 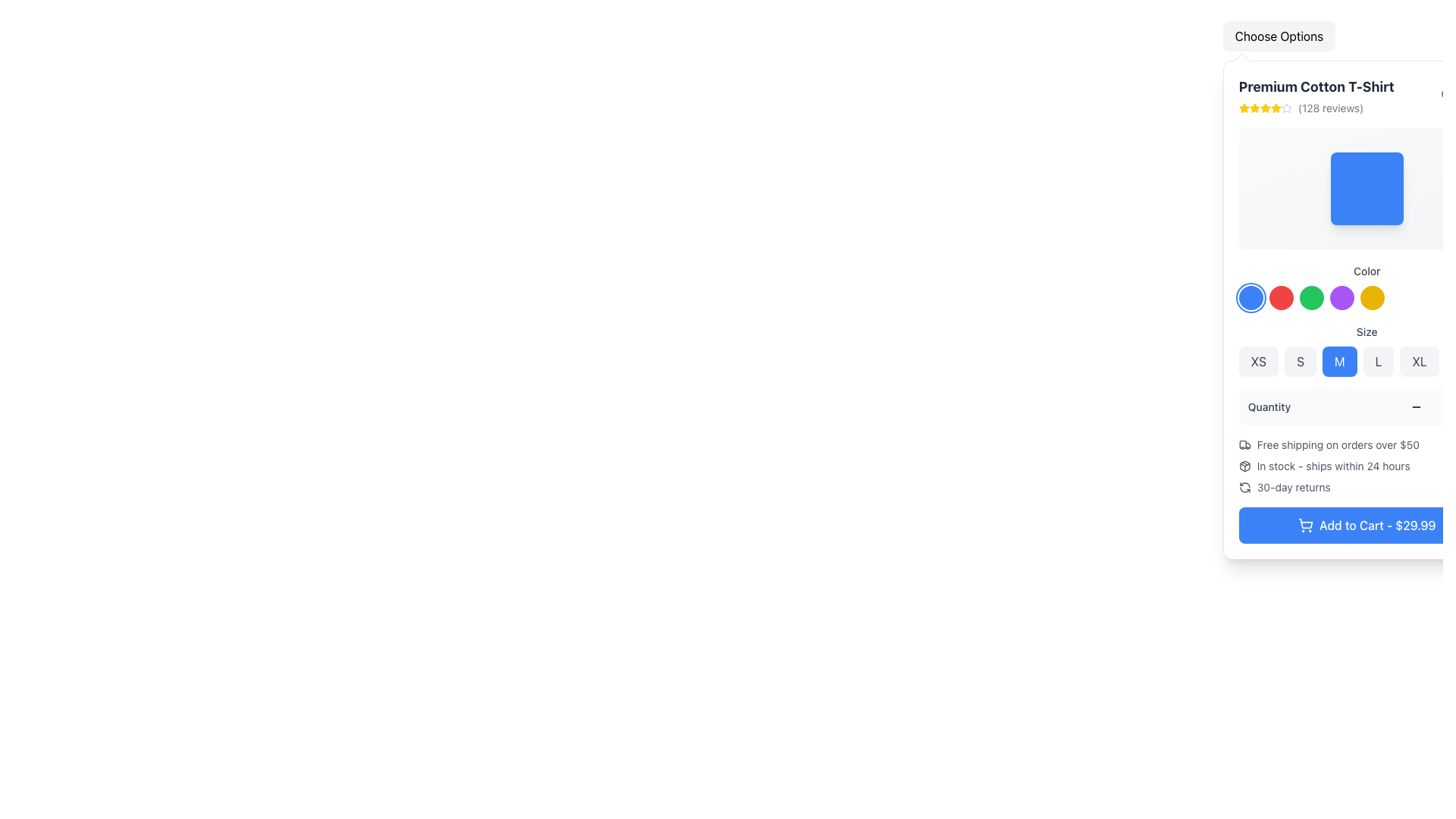 What do you see at coordinates (1379, 362) in the screenshot?
I see `'L' size button, which is the fourth button in a row of size selection buttons located under the 'Size' label on the right-hand side of the user interface` at bounding box center [1379, 362].